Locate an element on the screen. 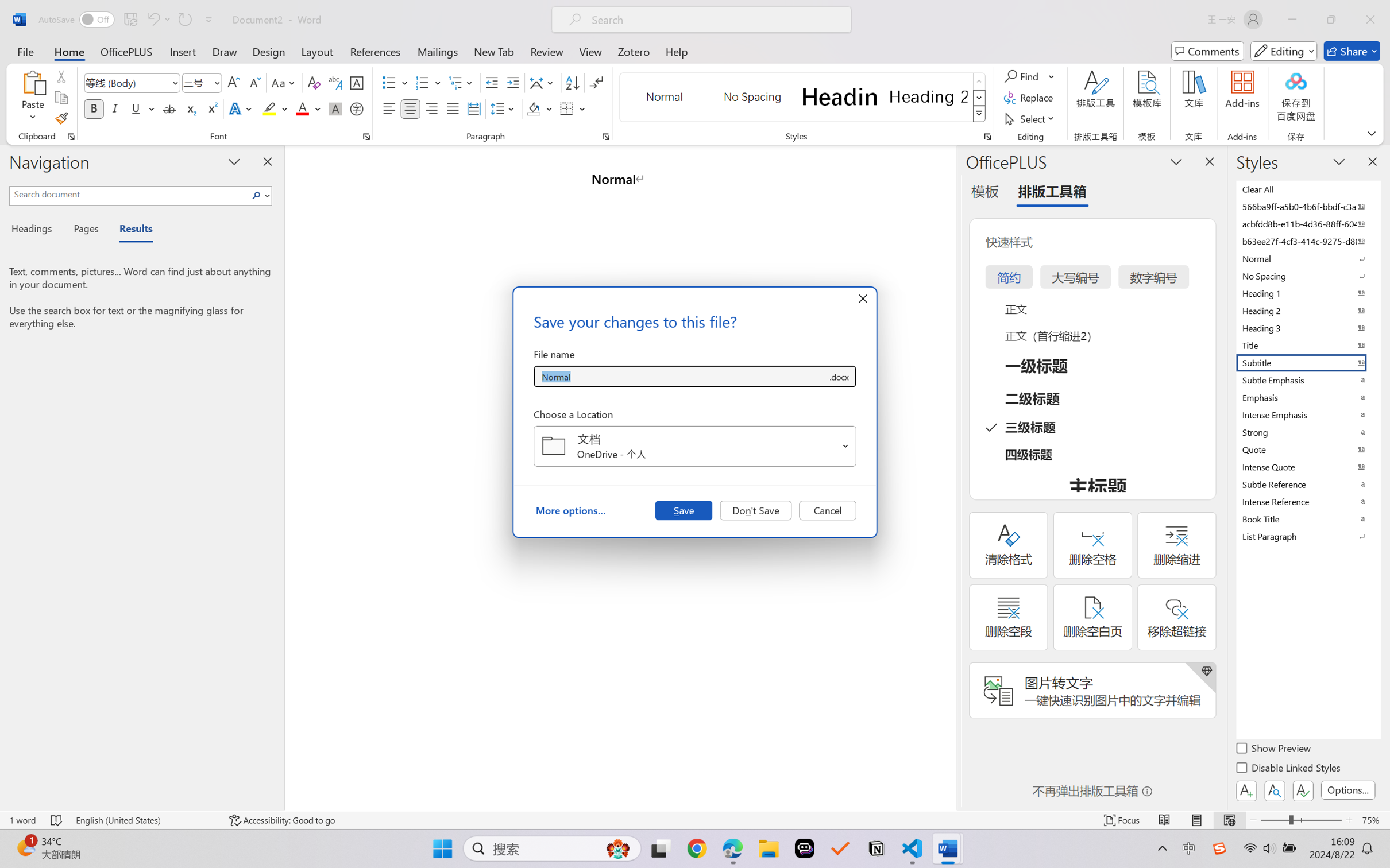  'Accessibility Checker Accessibility: Good to go' is located at coordinates (282, 820).